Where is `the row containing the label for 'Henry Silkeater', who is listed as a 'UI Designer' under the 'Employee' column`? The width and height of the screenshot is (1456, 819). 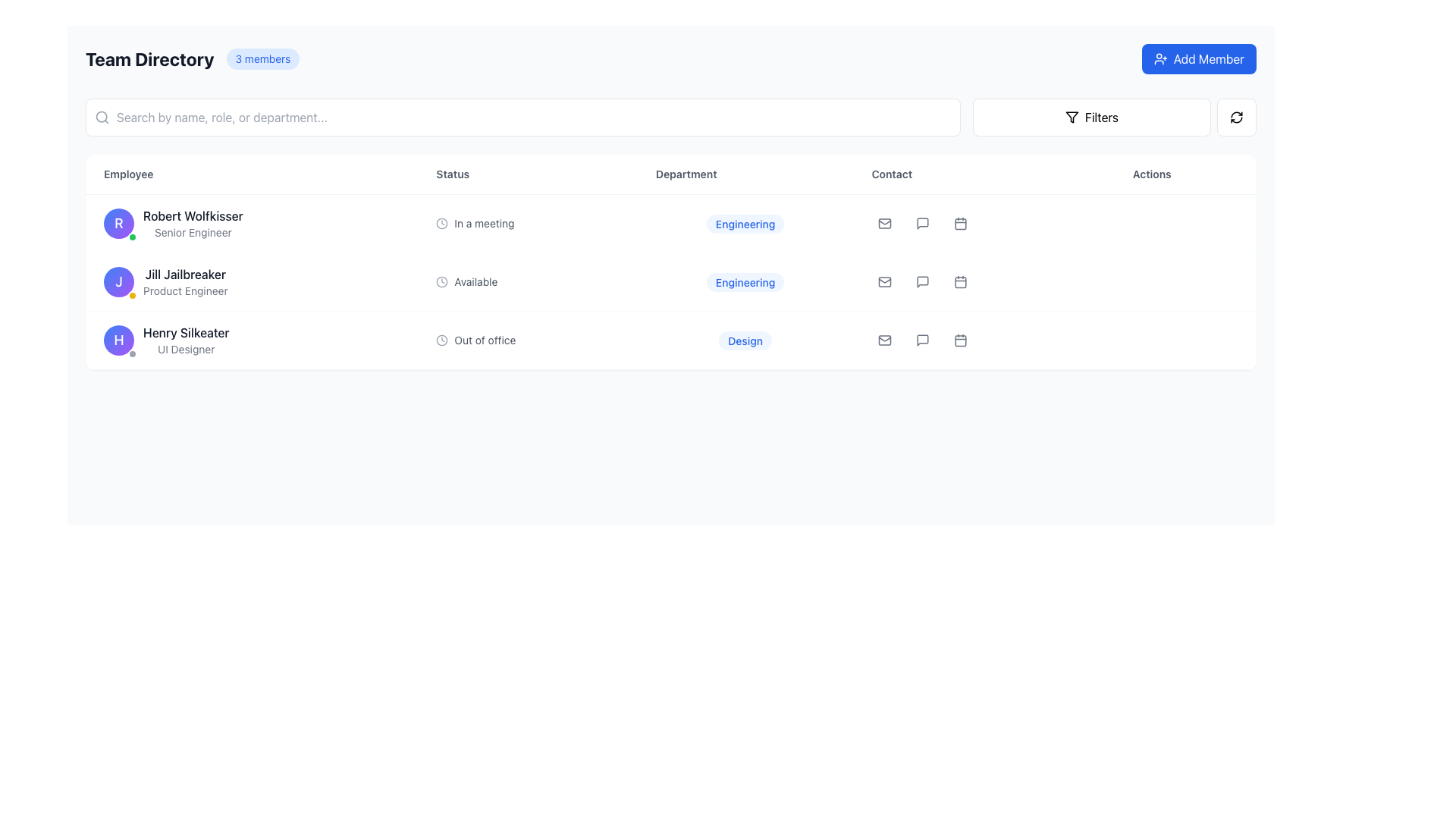
the row containing the label for 'Henry Silkeater', who is listed as a 'UI Designer' under the 'Employee' column is located at coordinates (185, 339).